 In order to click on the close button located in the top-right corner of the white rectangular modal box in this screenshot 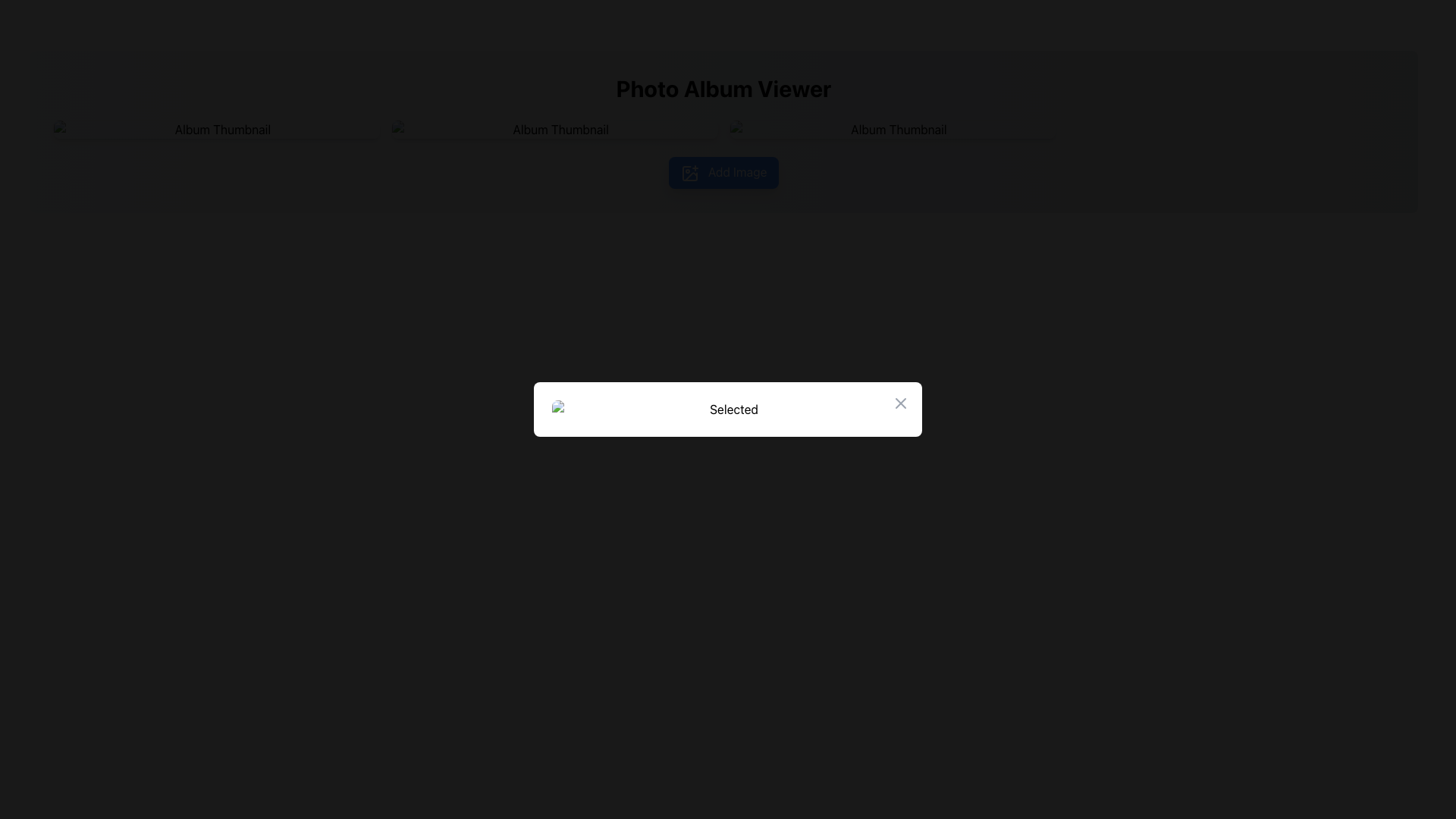, I will do `click(901, 403)`.